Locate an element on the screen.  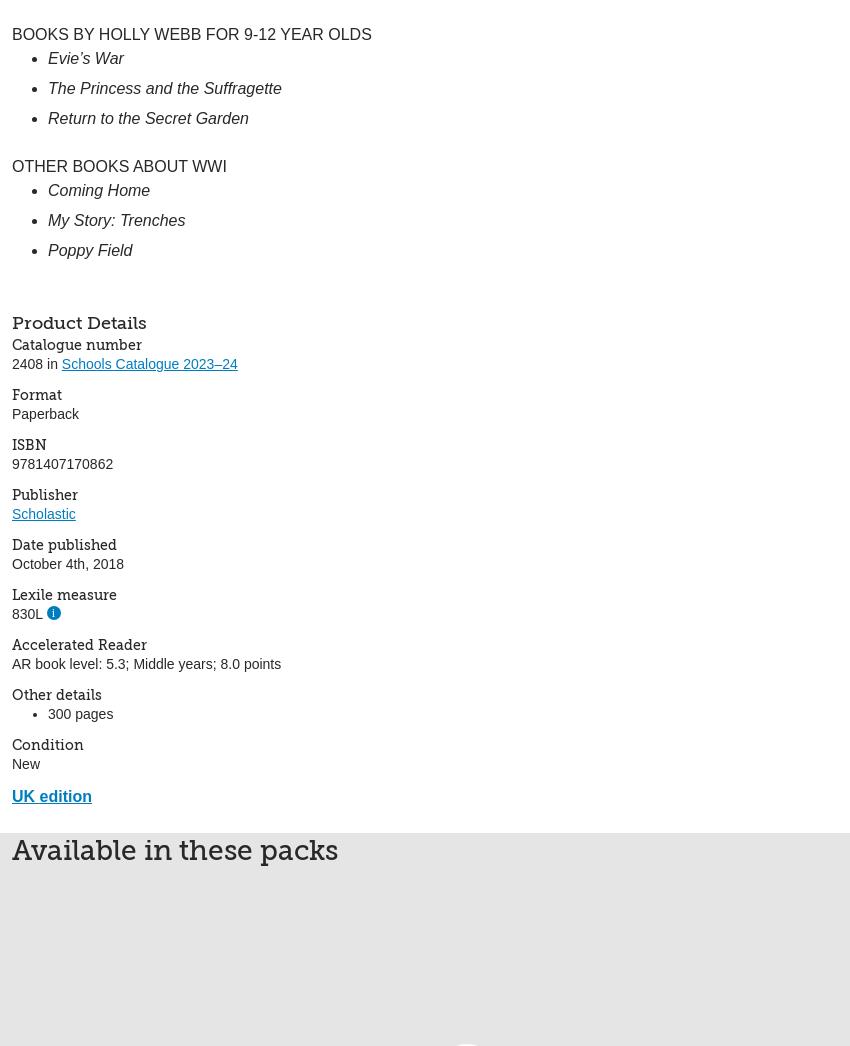
'Date published' is located at coordinates (10, 543).